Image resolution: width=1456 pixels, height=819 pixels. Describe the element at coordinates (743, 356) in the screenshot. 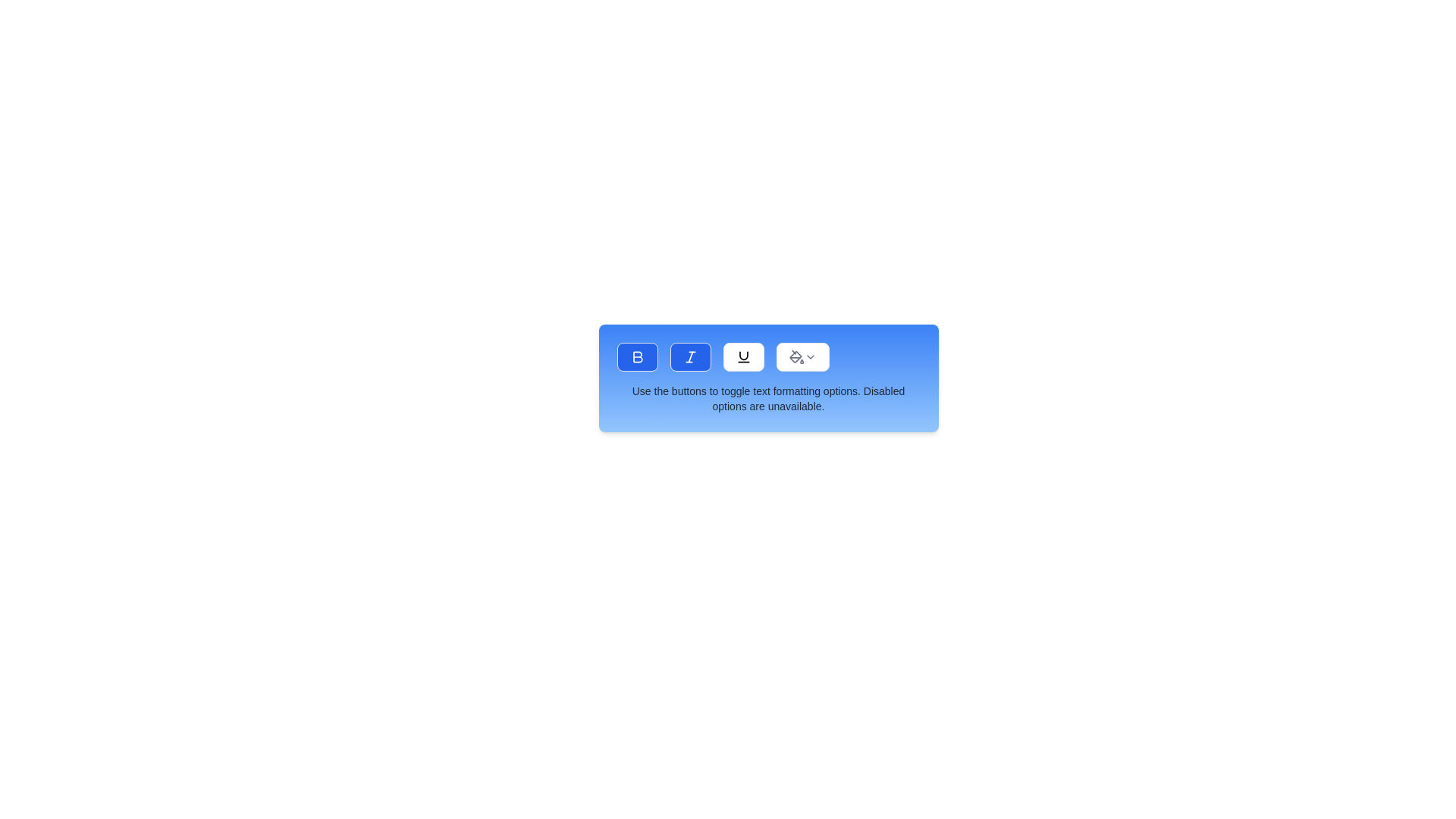

I see `the icon button resembling an underlined letter 'u' in the toolbar` at that location.